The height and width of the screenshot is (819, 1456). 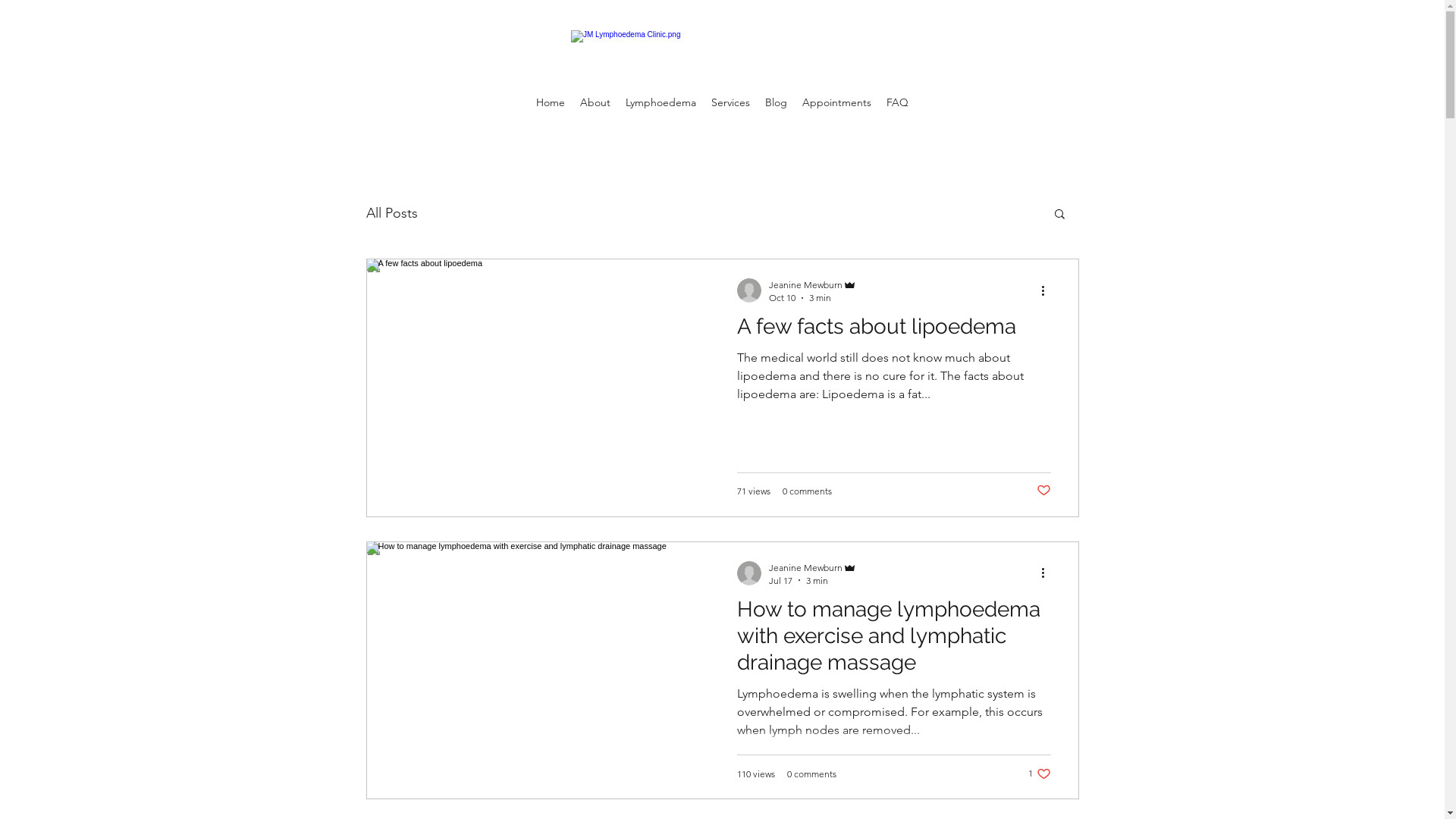 I want to click on 'Blog', so click(x=776, y=102).